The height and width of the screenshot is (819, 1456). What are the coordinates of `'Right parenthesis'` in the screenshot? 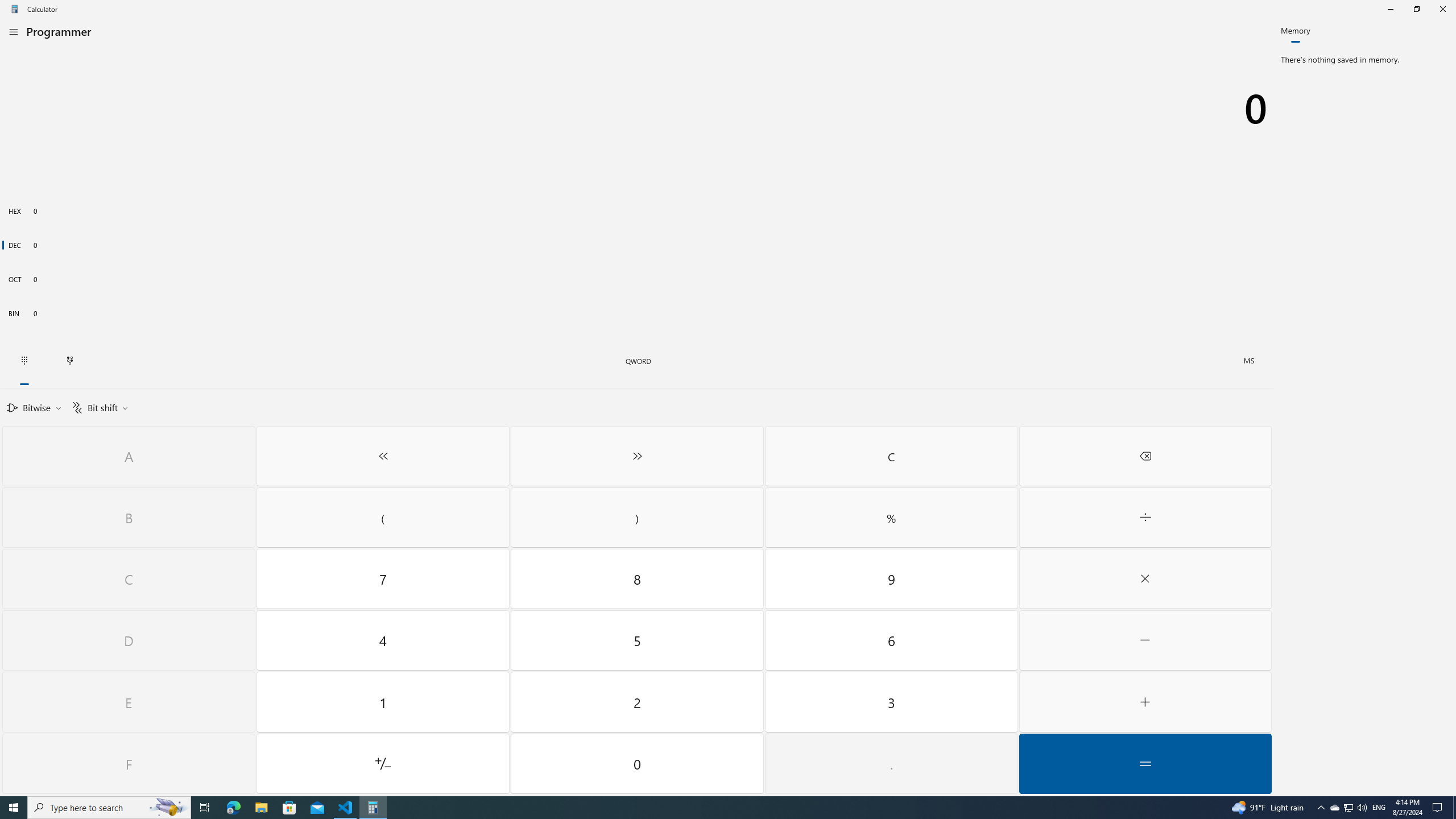 It's located at (638, 517).